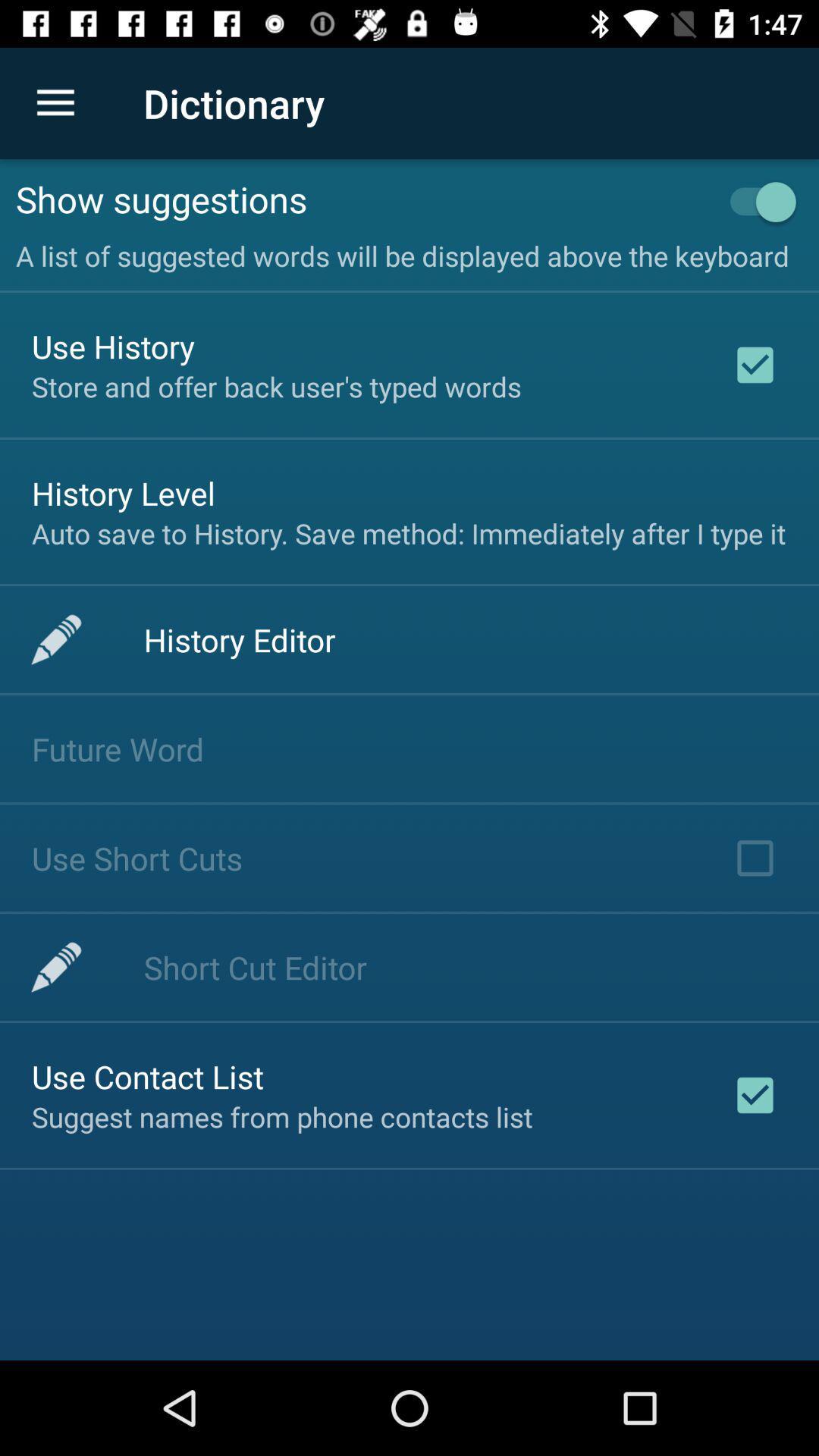 This screenshot has width=819, height=1456. Describe the element at coordinates (112, 345) in the screenshot. I see `the item above store and offer icon` at that location.